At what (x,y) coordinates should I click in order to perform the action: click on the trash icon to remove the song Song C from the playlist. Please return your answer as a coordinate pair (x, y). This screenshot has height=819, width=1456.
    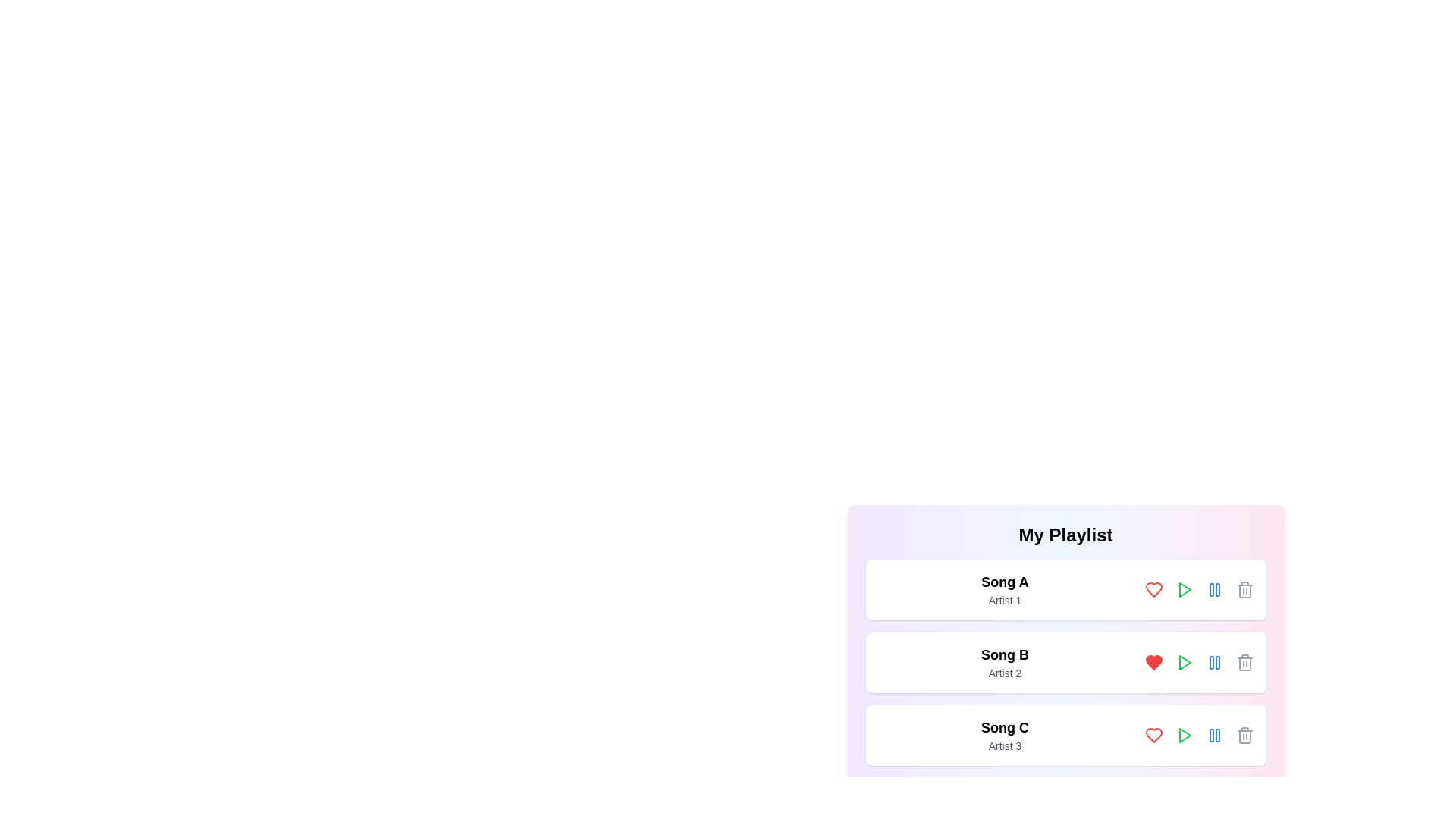
    Looking at the image, I should click on (1244, 734).